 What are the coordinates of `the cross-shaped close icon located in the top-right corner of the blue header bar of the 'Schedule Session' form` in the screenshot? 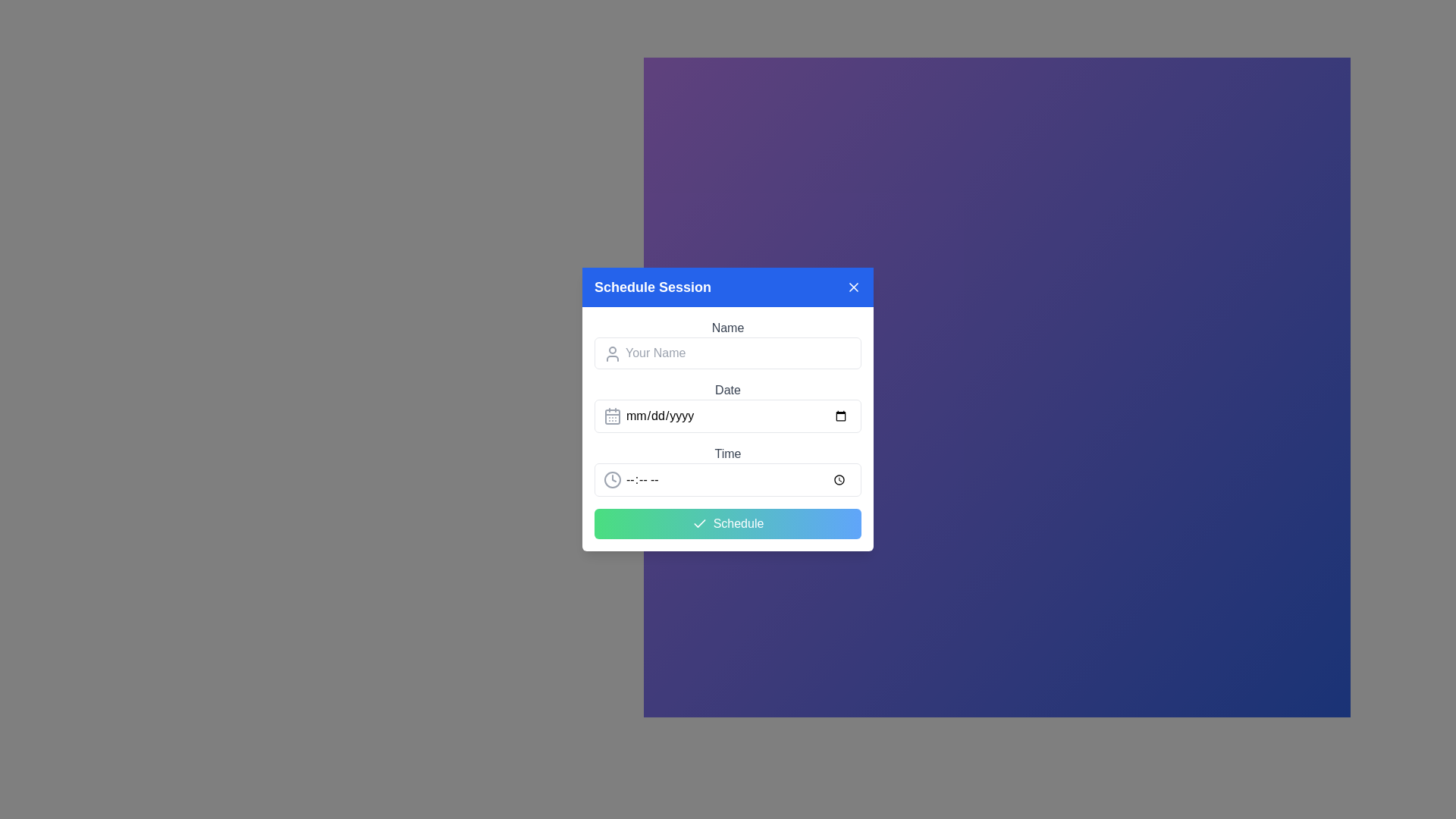 It's located at (854, 287).